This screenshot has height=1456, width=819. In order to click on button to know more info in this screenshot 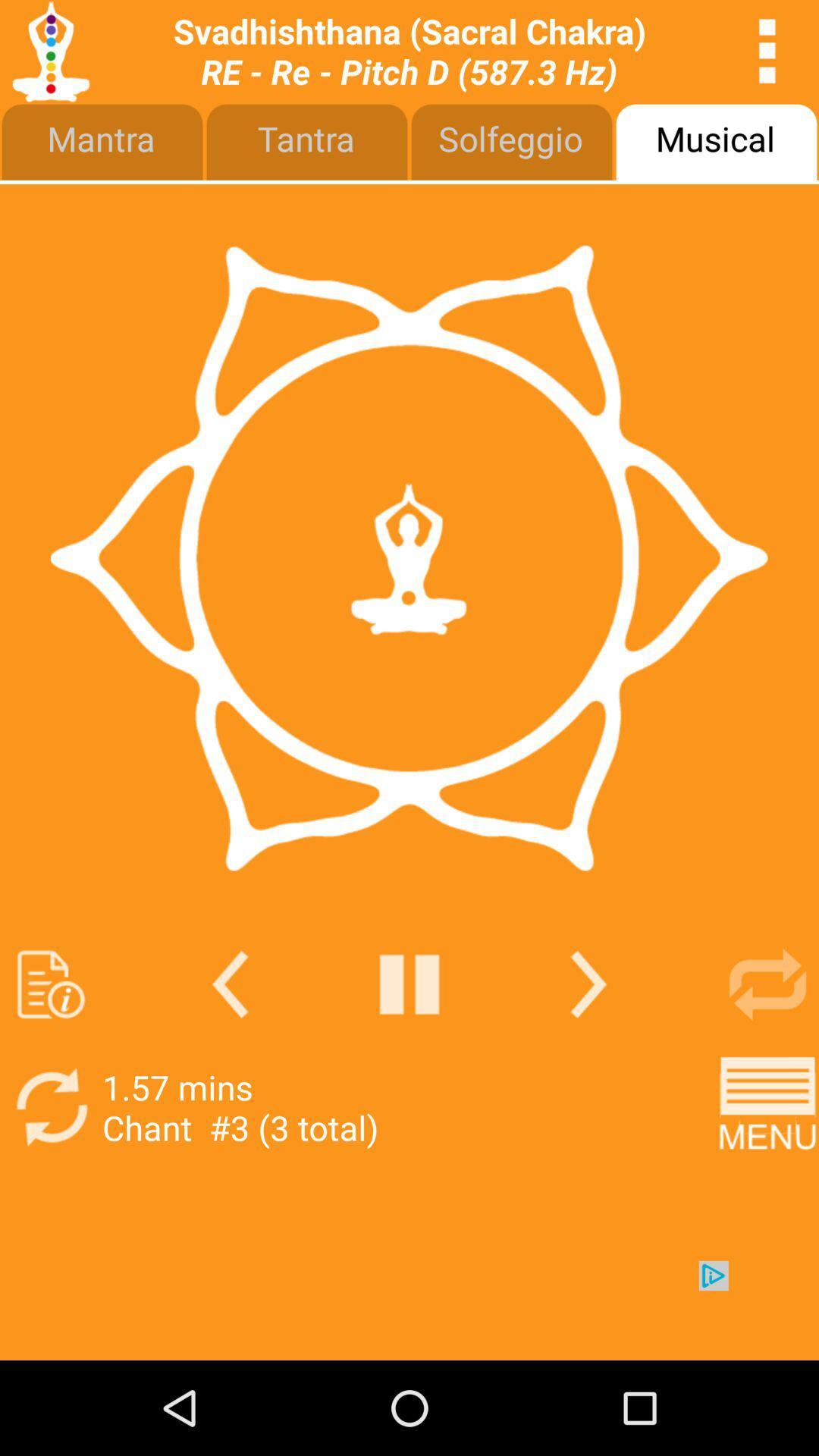, I will do `click(50, 984)`.